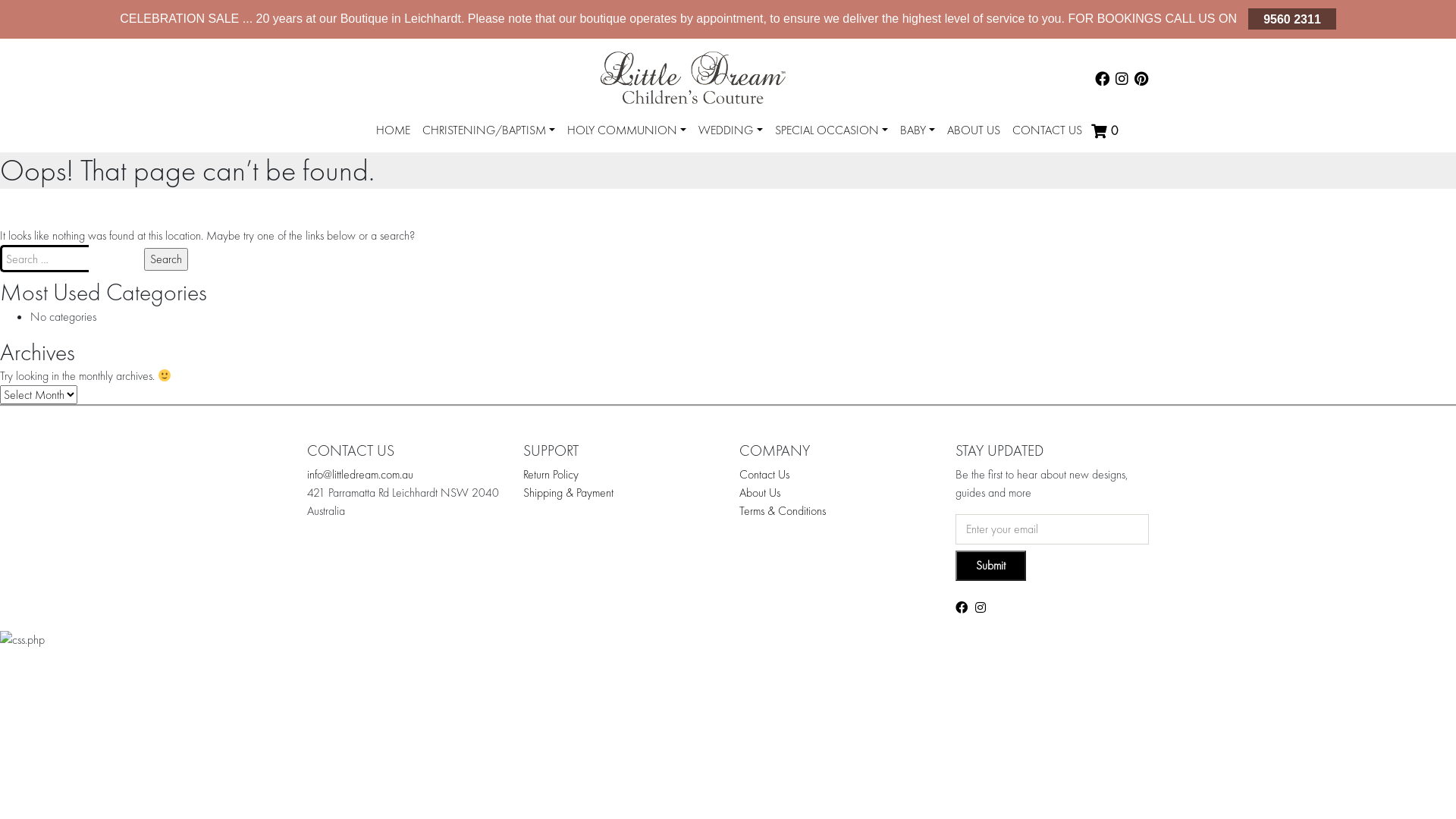  What do you see at coordinates (1046, 130) in the screenshot?
I see `'CONTACT US'` at bounding box center [1046, 130].